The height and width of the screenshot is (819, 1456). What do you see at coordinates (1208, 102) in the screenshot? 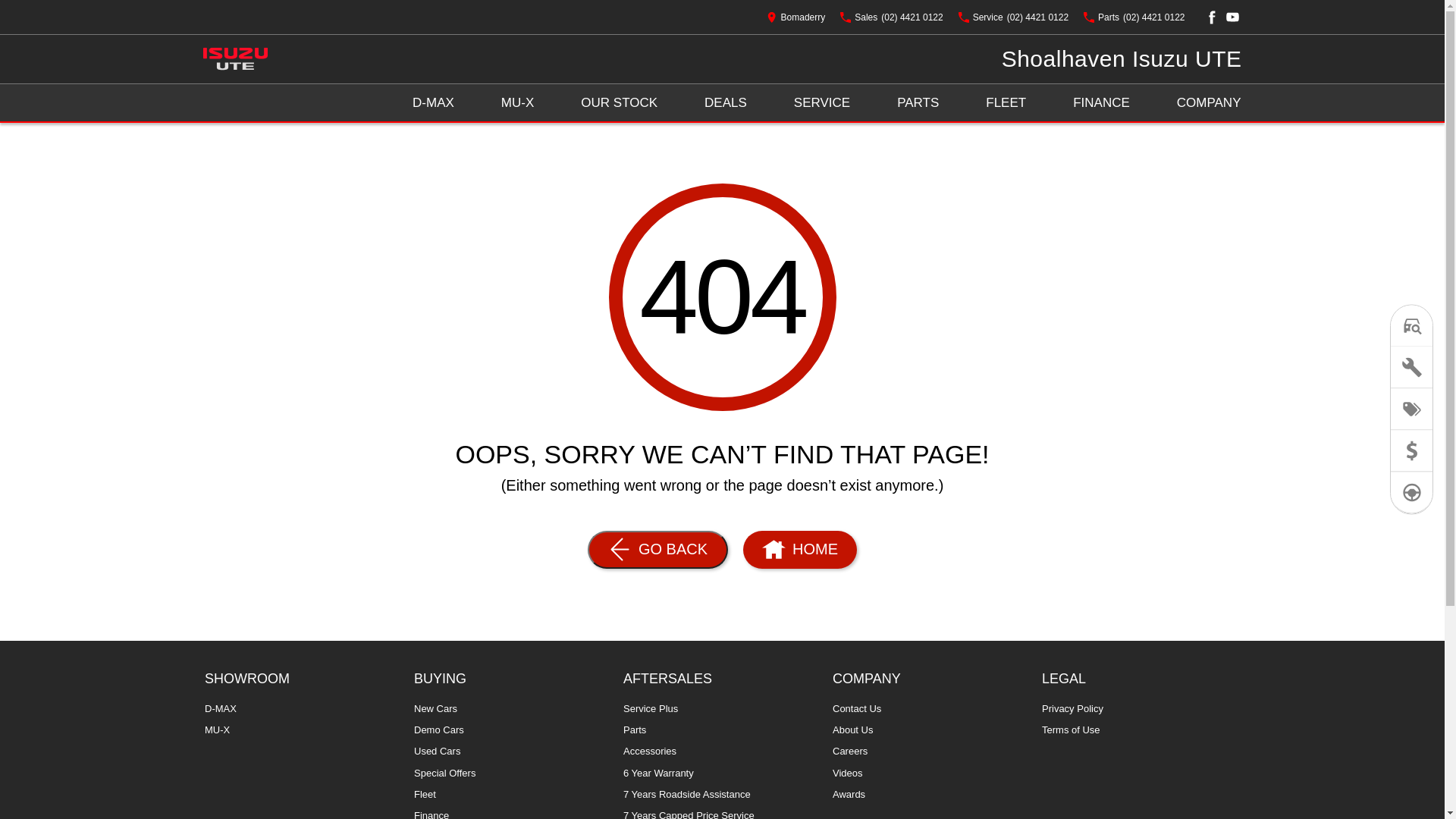
I see `'COMPANY'` at bounding box center [1208, 102].